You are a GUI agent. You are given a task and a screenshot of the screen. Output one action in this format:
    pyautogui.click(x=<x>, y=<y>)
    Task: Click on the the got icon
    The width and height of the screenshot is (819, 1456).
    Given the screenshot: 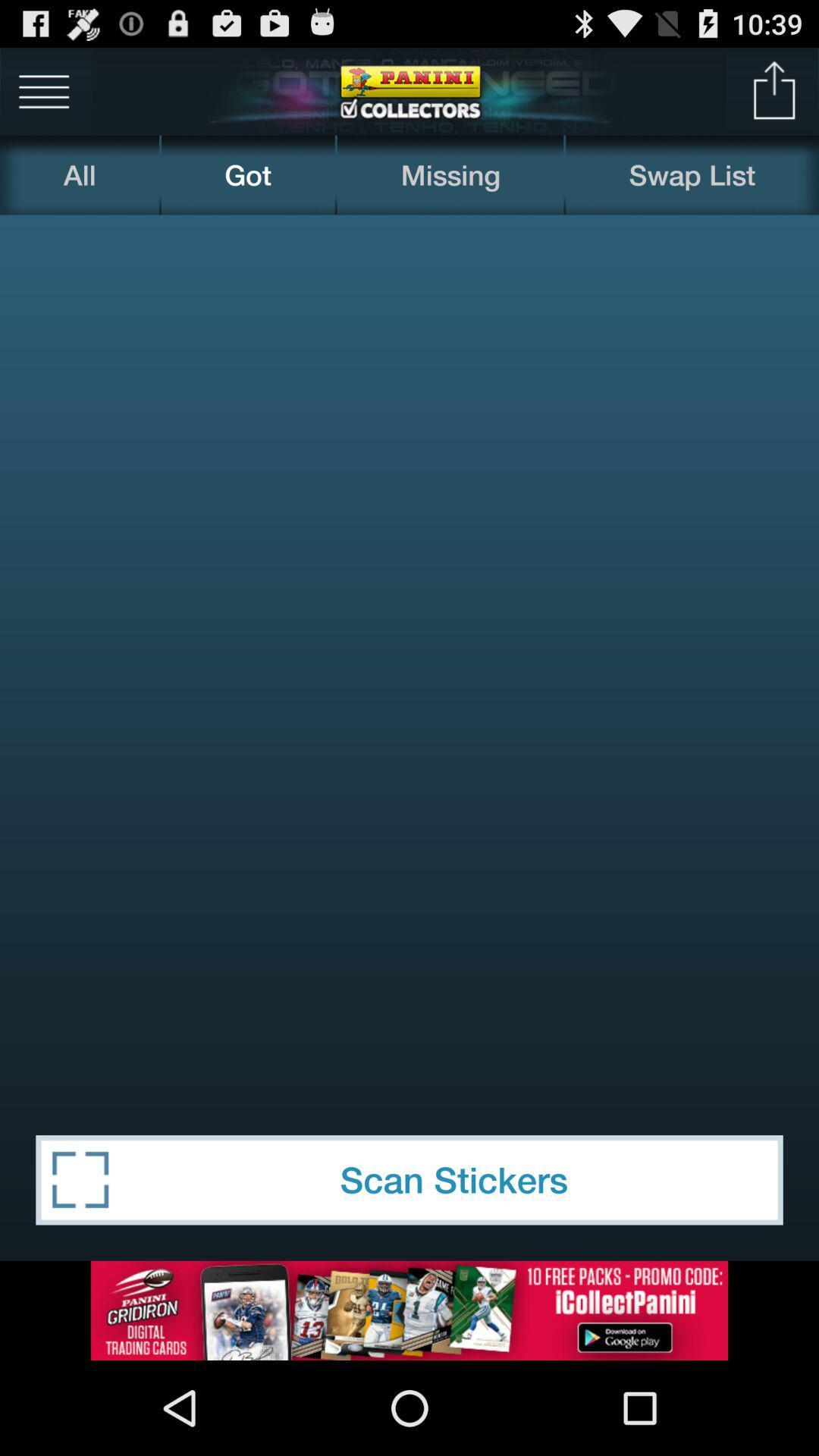 What is the action you would take?
    pyautogui.click(x=247, y=174)
    